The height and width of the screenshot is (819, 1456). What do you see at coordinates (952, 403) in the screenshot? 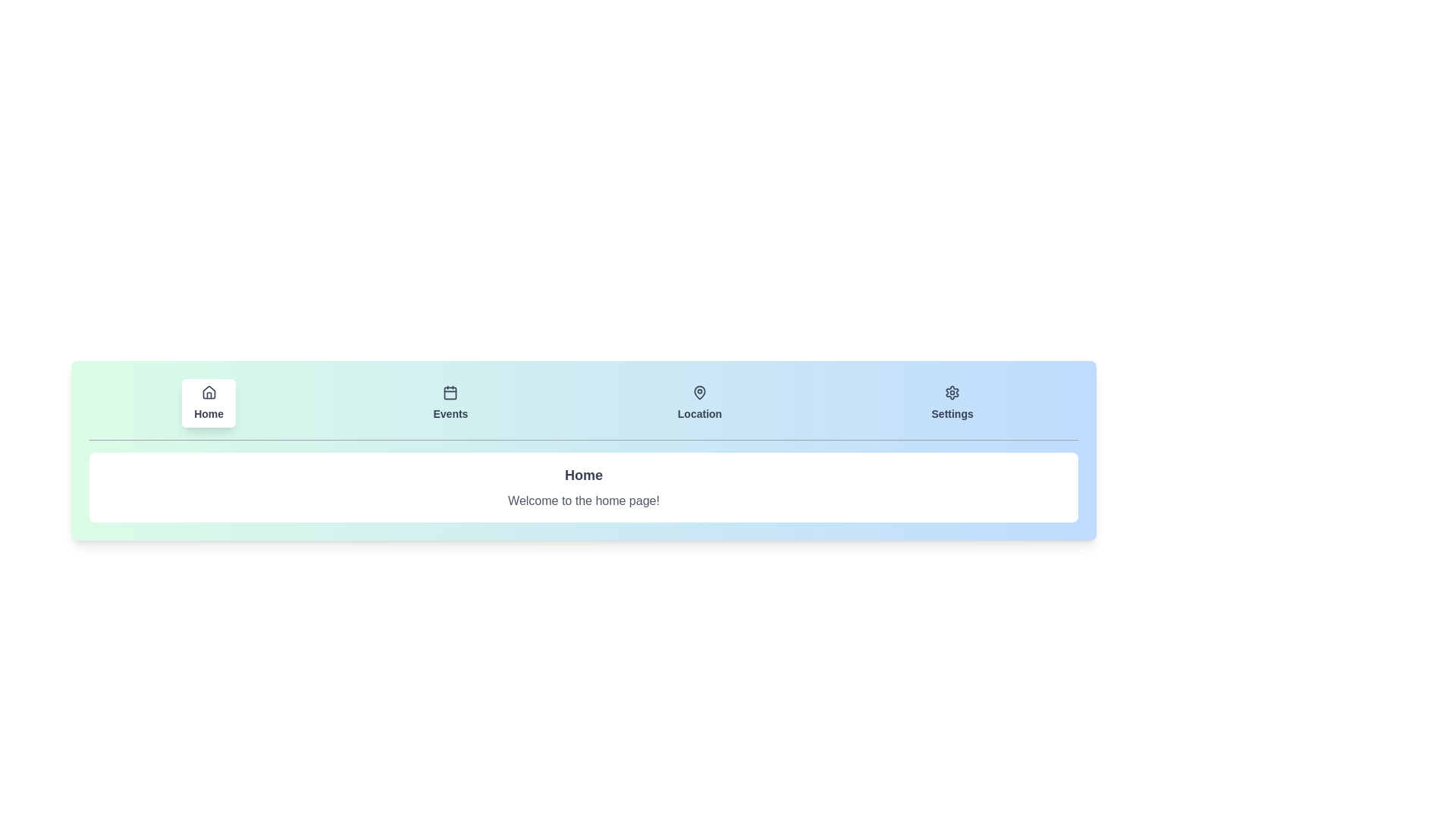
I see `the tab corresponding to Settings` at bounding box center [952, 403].